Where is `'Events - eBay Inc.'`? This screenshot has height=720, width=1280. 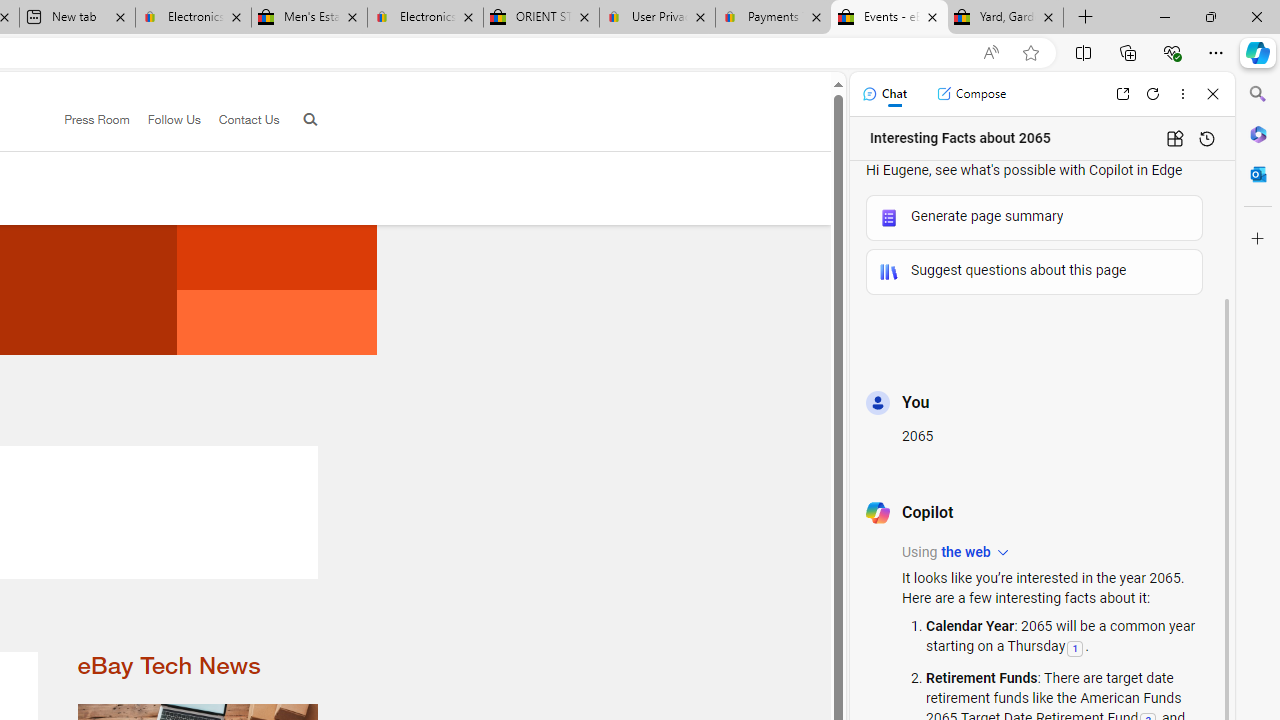
'Events - eBay Inc.' is located at coordinates (888, 17).